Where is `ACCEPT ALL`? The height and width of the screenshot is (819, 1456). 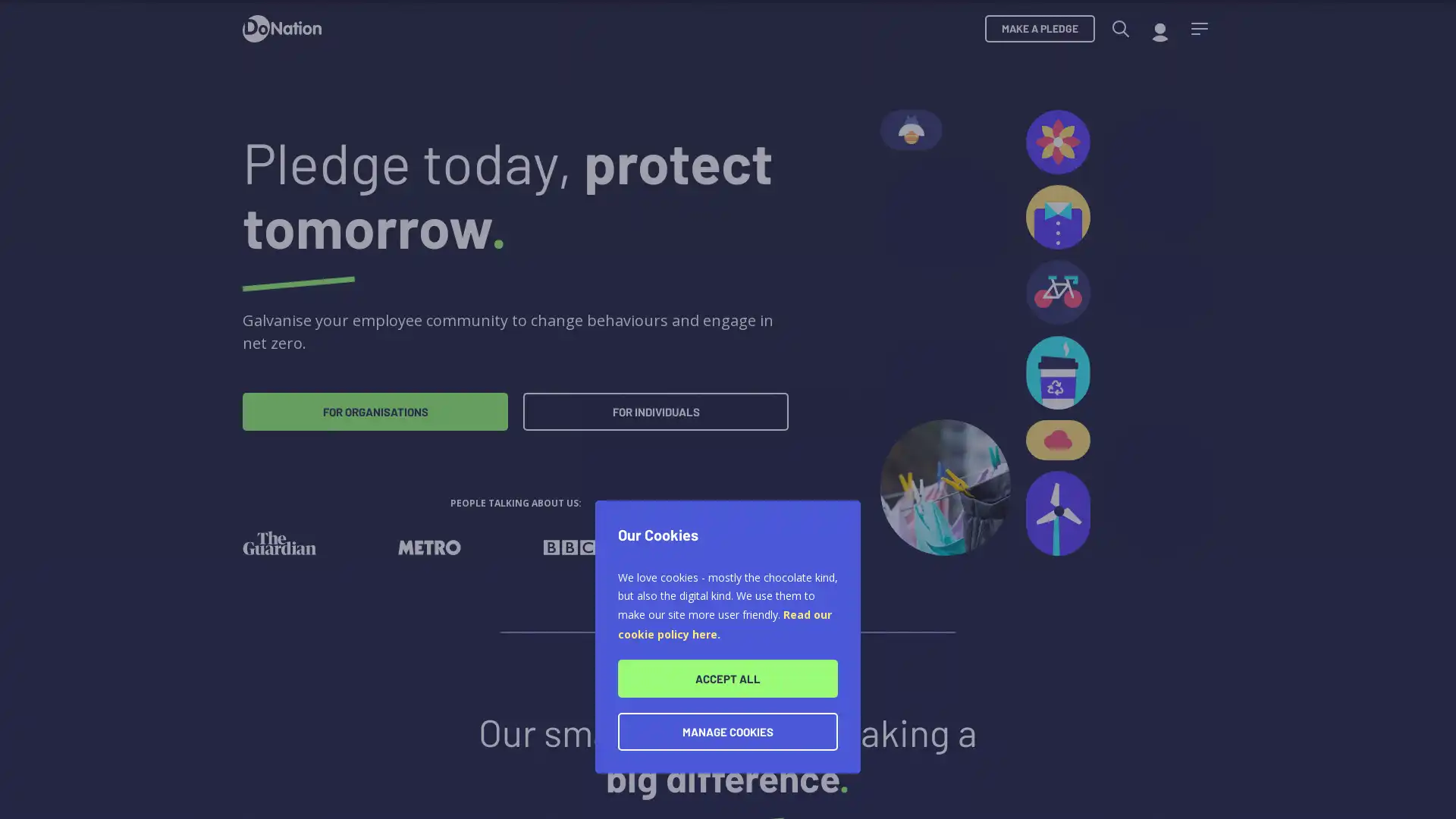 ACCEPT ALL is located at coordinates (728, 677).